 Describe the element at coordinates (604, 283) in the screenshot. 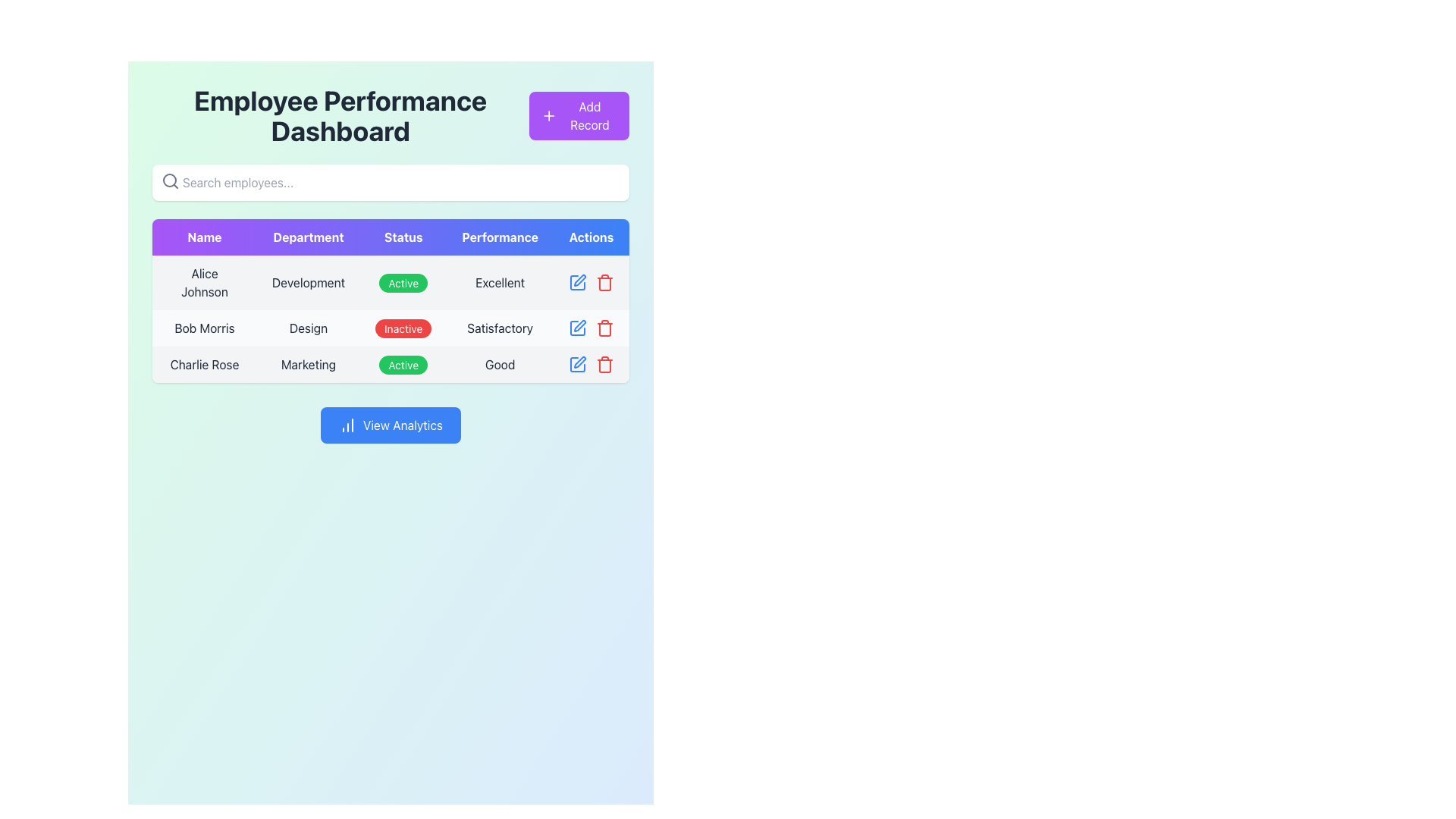

I see `the red trash icon button located in the 'Actions' column of the middle row` at that location.